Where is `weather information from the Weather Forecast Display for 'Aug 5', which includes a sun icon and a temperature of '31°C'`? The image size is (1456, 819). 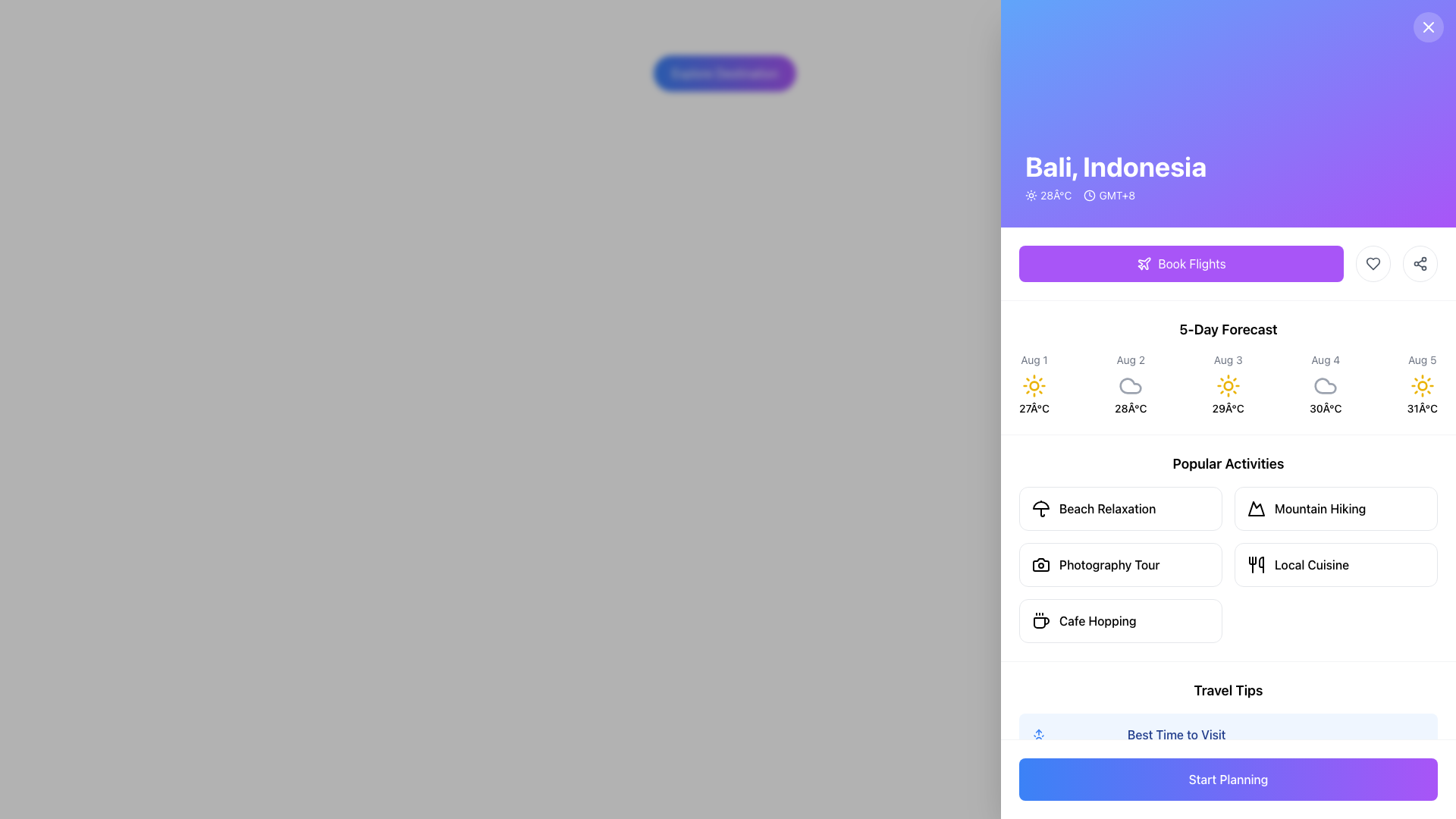 weather information from the Weather Forecast Display for 'Aug 5', which includes a sun icon and a temperature of '31°C' is located at coordinates (1421, 383).